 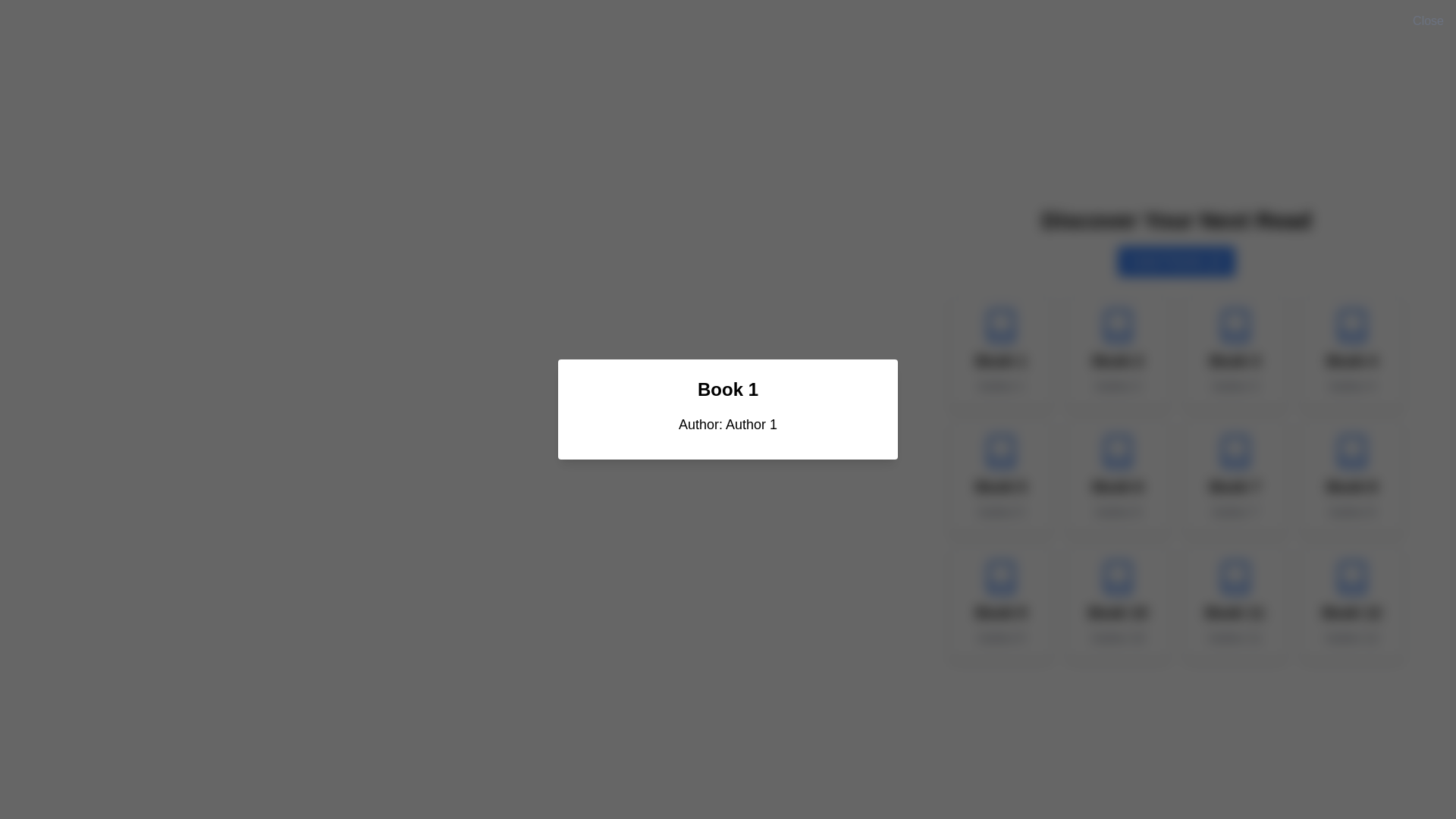 I want to click on the text label displaying the title 'Book 7', so click(x=1235, y=486).